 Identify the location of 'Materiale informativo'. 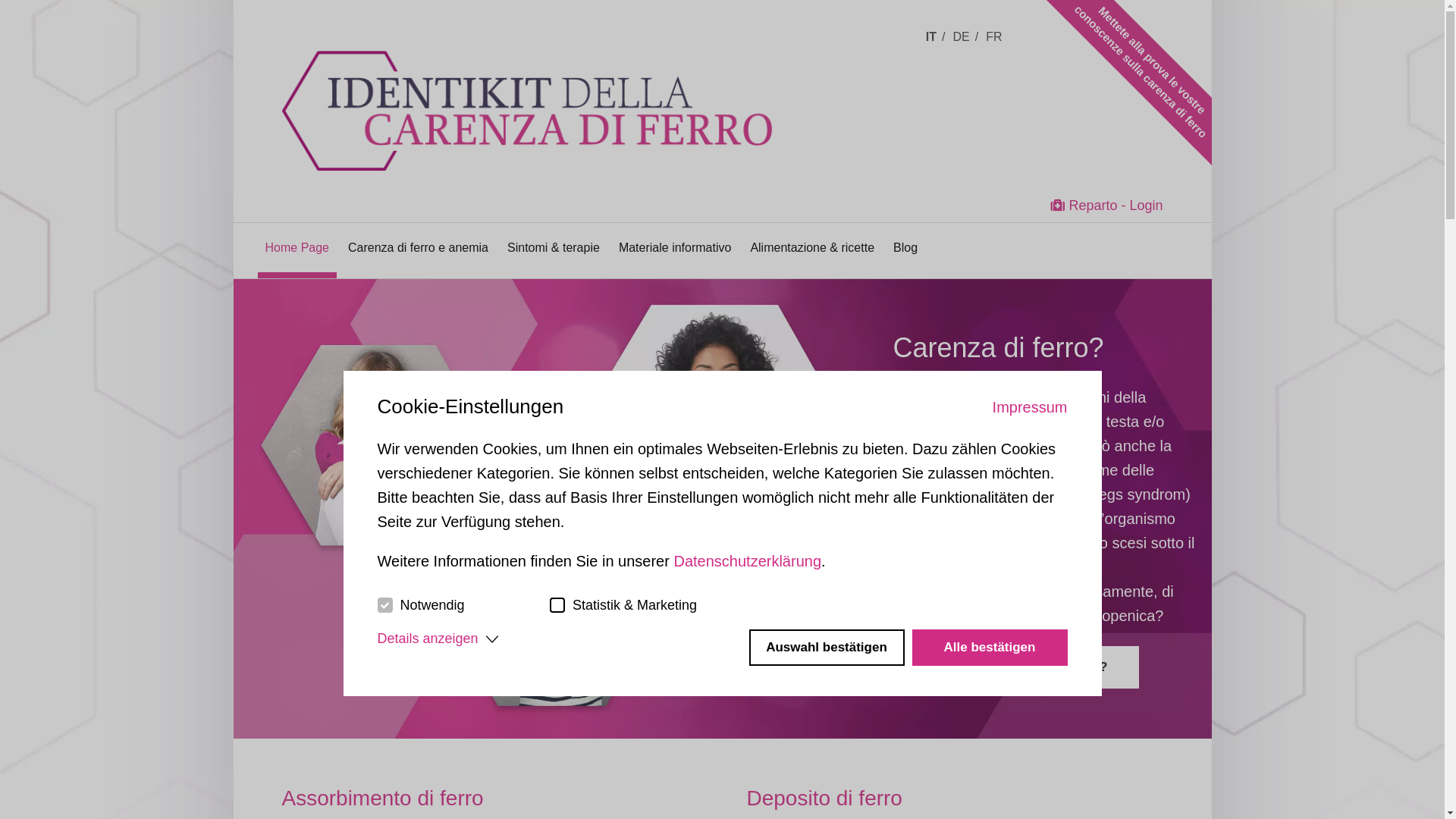
(674, 246).